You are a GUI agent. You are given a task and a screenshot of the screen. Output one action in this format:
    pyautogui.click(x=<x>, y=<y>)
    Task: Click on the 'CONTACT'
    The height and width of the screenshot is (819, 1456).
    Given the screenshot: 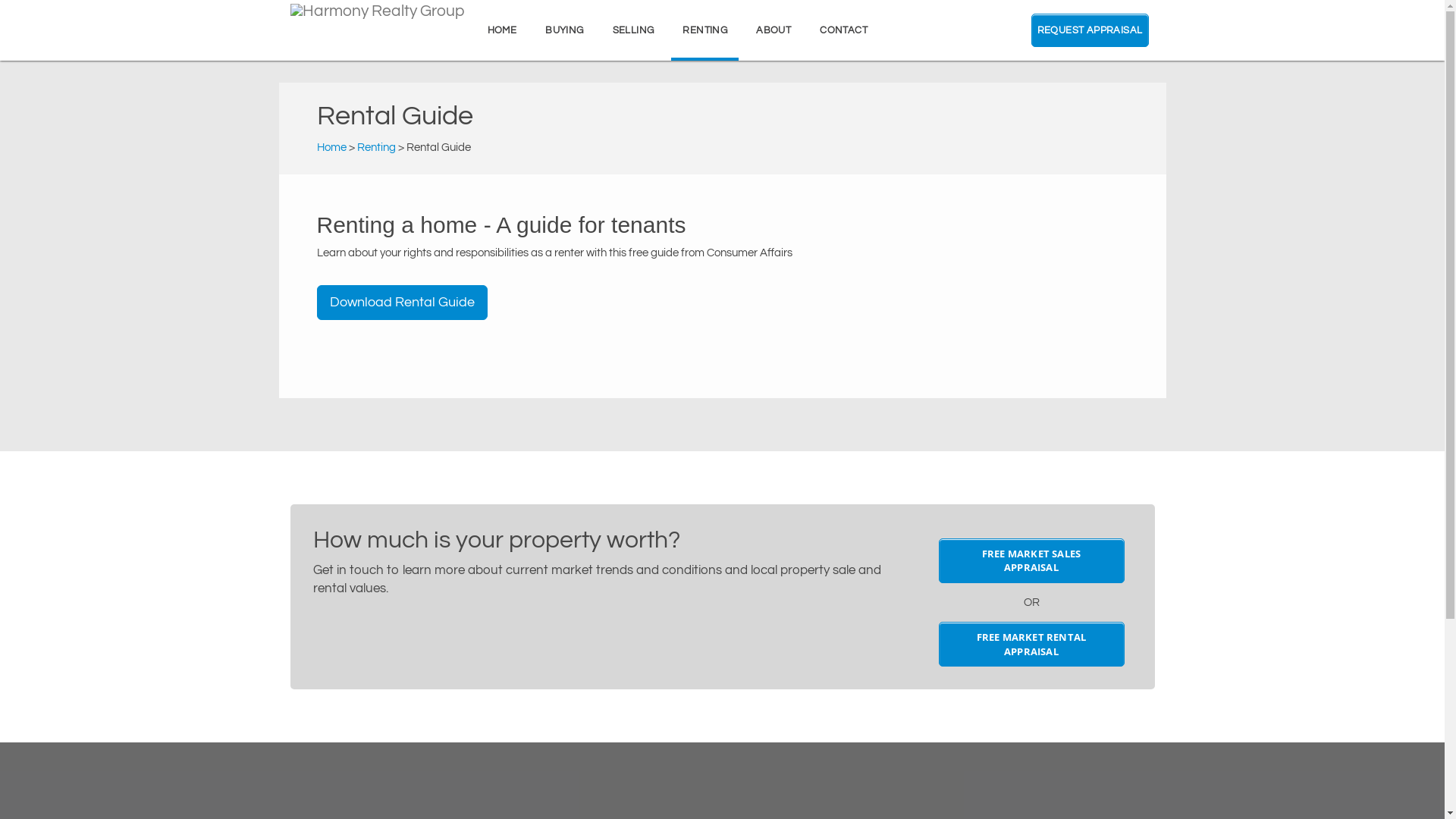 What is the action you would take?
    pyautogui.click(x=843, y=30)
    